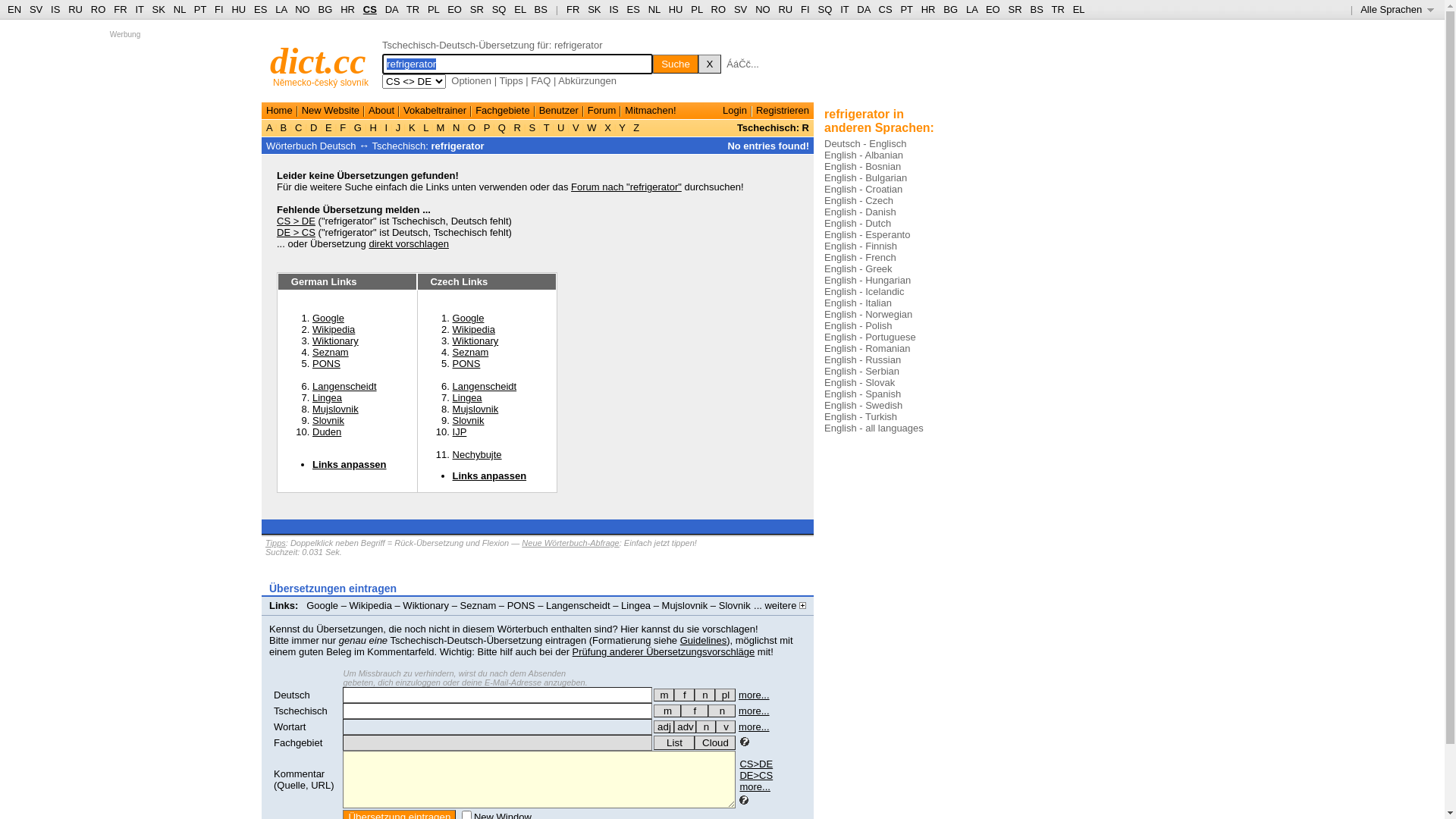  What do you see at coordinates (593, 9) in the screenshot?
I see `'SK'` at bounding box center [593, 9].